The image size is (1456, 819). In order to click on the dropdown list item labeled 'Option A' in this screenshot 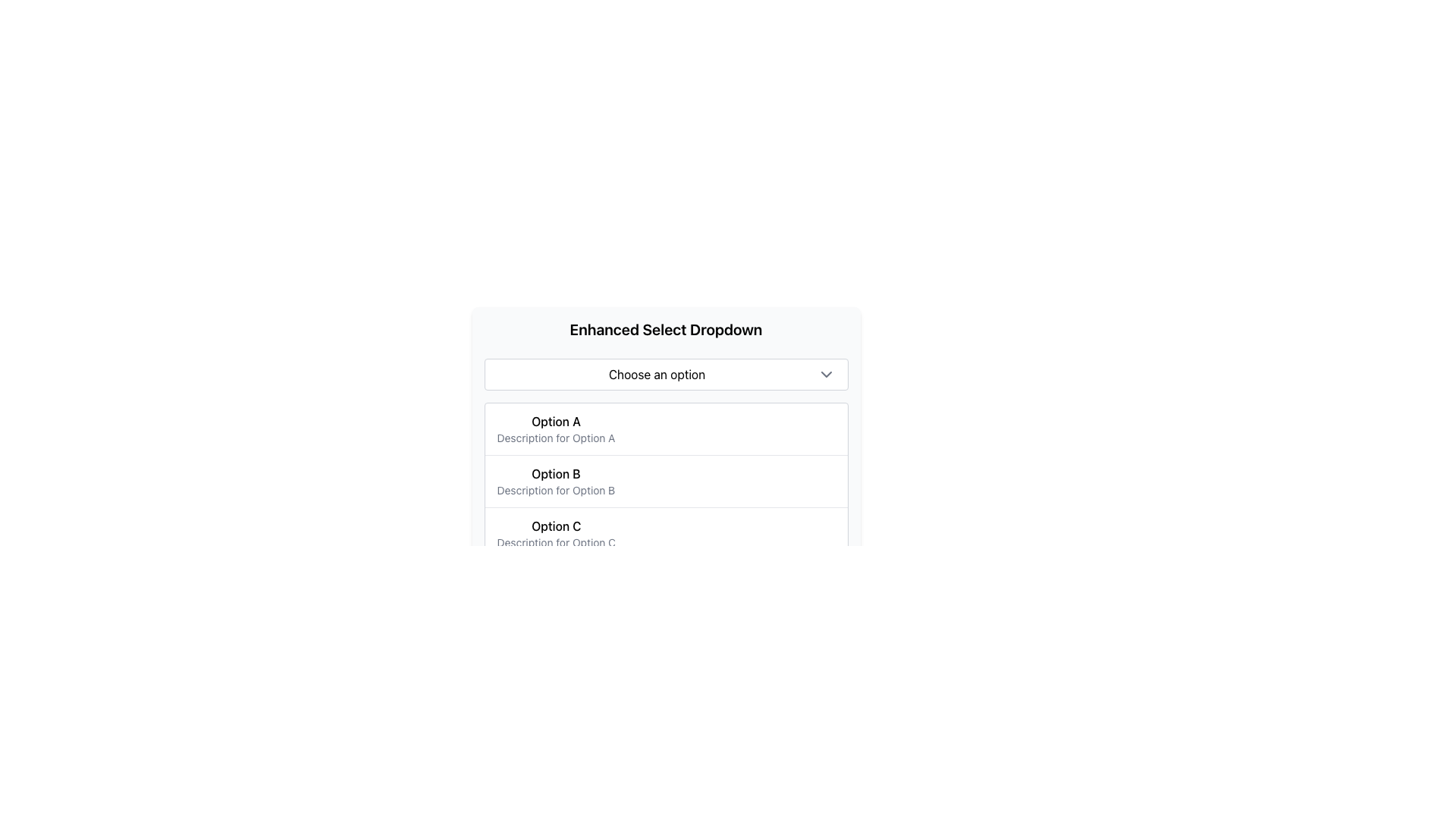, I will do `click(666, 429)`.